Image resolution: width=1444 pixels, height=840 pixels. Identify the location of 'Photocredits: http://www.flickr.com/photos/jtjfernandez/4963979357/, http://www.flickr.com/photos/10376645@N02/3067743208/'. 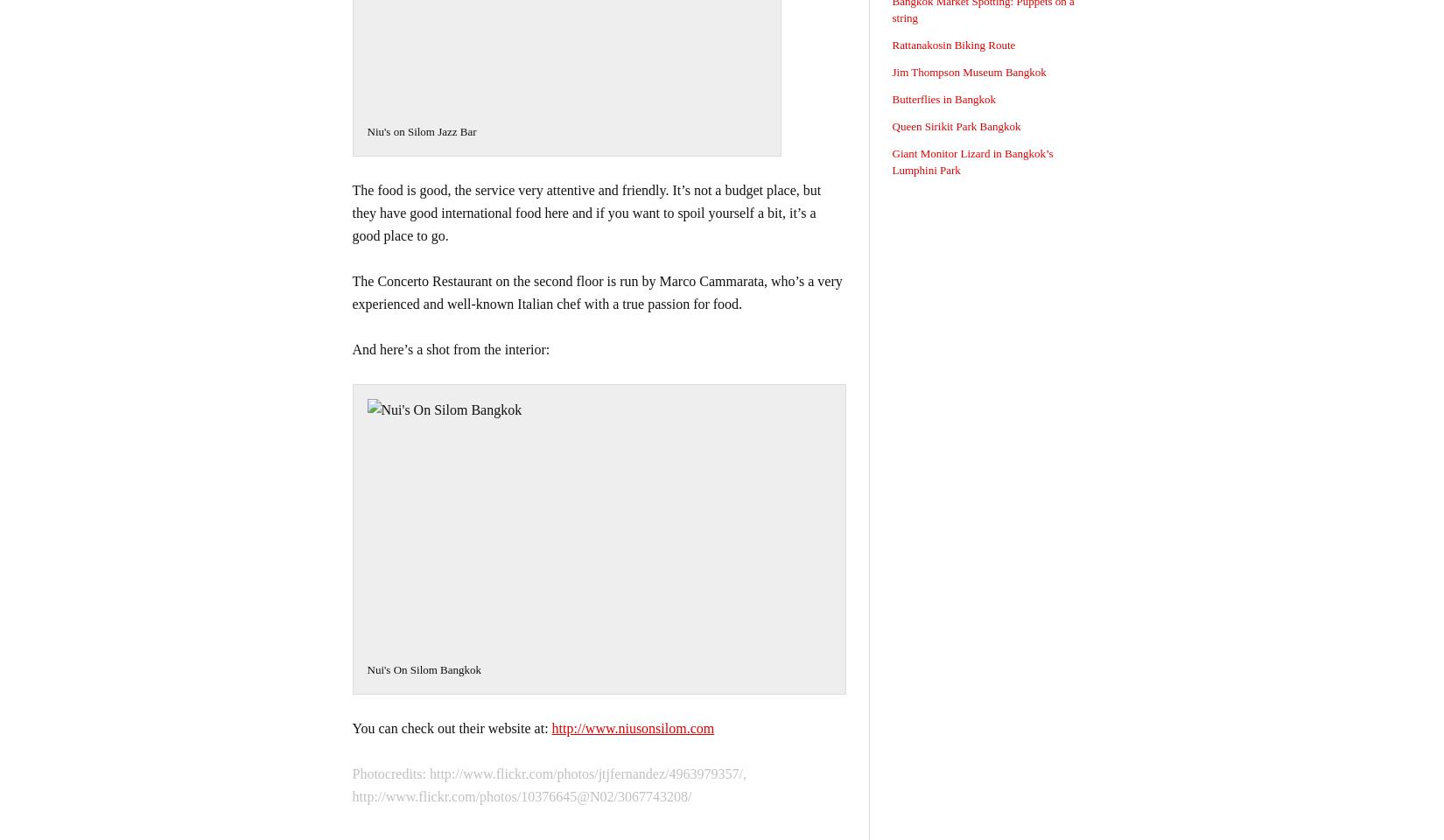
(548, 784).